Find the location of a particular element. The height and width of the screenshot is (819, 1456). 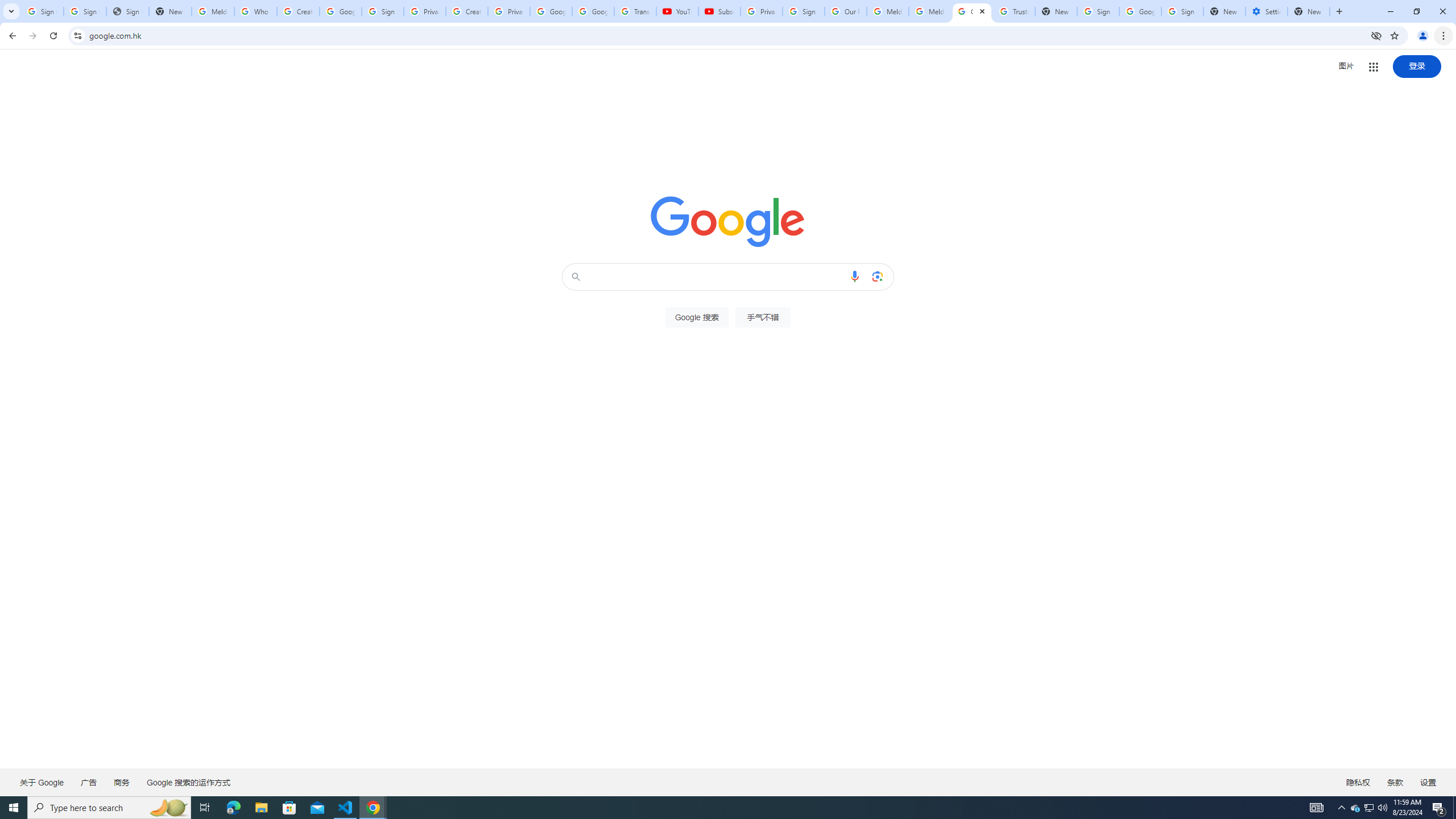

'Create your Google Account' is located at coordinates (466, 11).